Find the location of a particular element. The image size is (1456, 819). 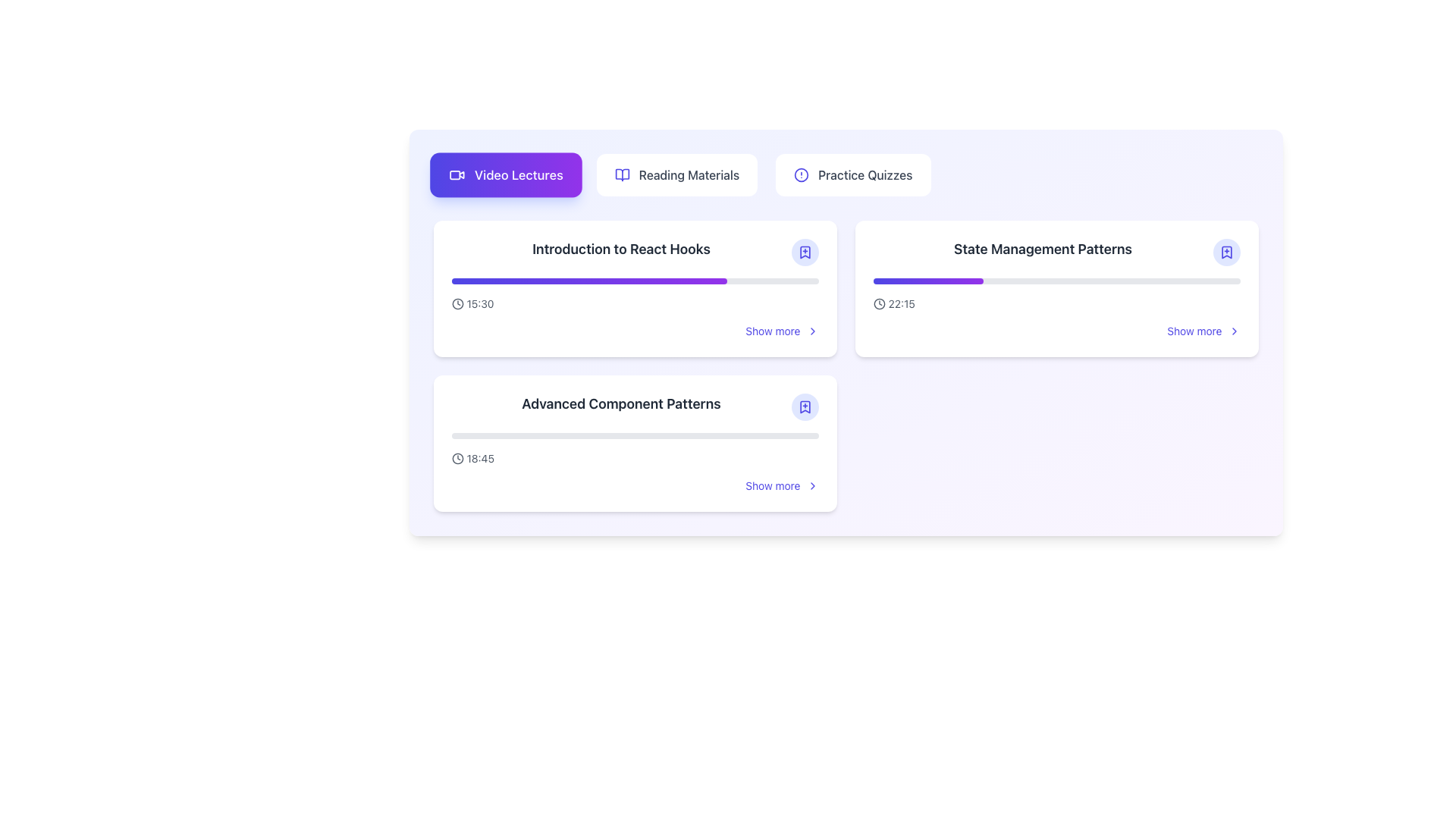

the bookmark icon with a plus symbol in the top-right corner of the 'Introduction to React Hooks' card to bookmark the associated module is located at coordinates (804, 251).